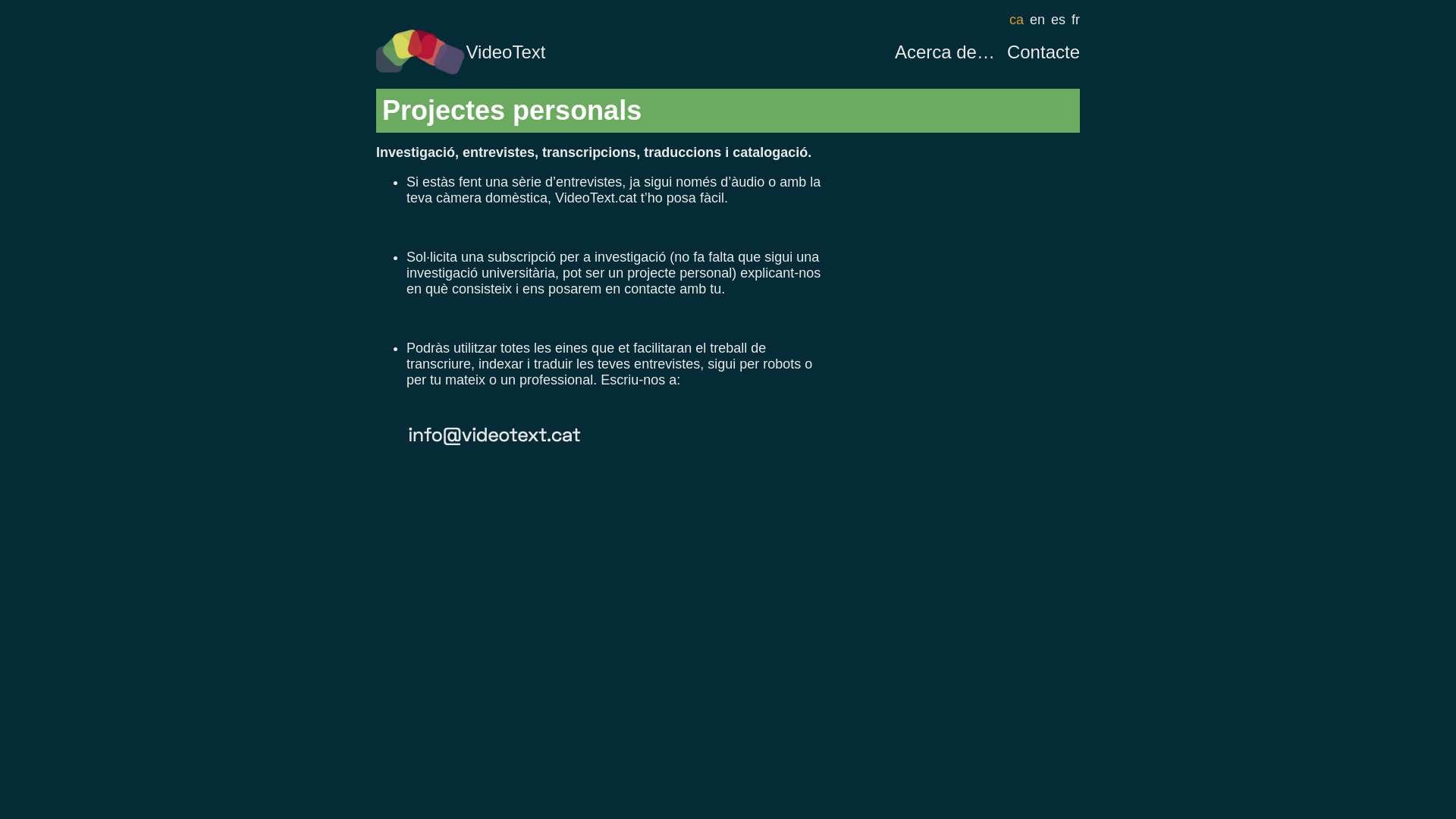 The height and width of the screenshot is (819, 1456). What do you see at coordinates (1043, 51) in the screenshot?
I see `'Contacte'` at bounding box center [1043, 51].